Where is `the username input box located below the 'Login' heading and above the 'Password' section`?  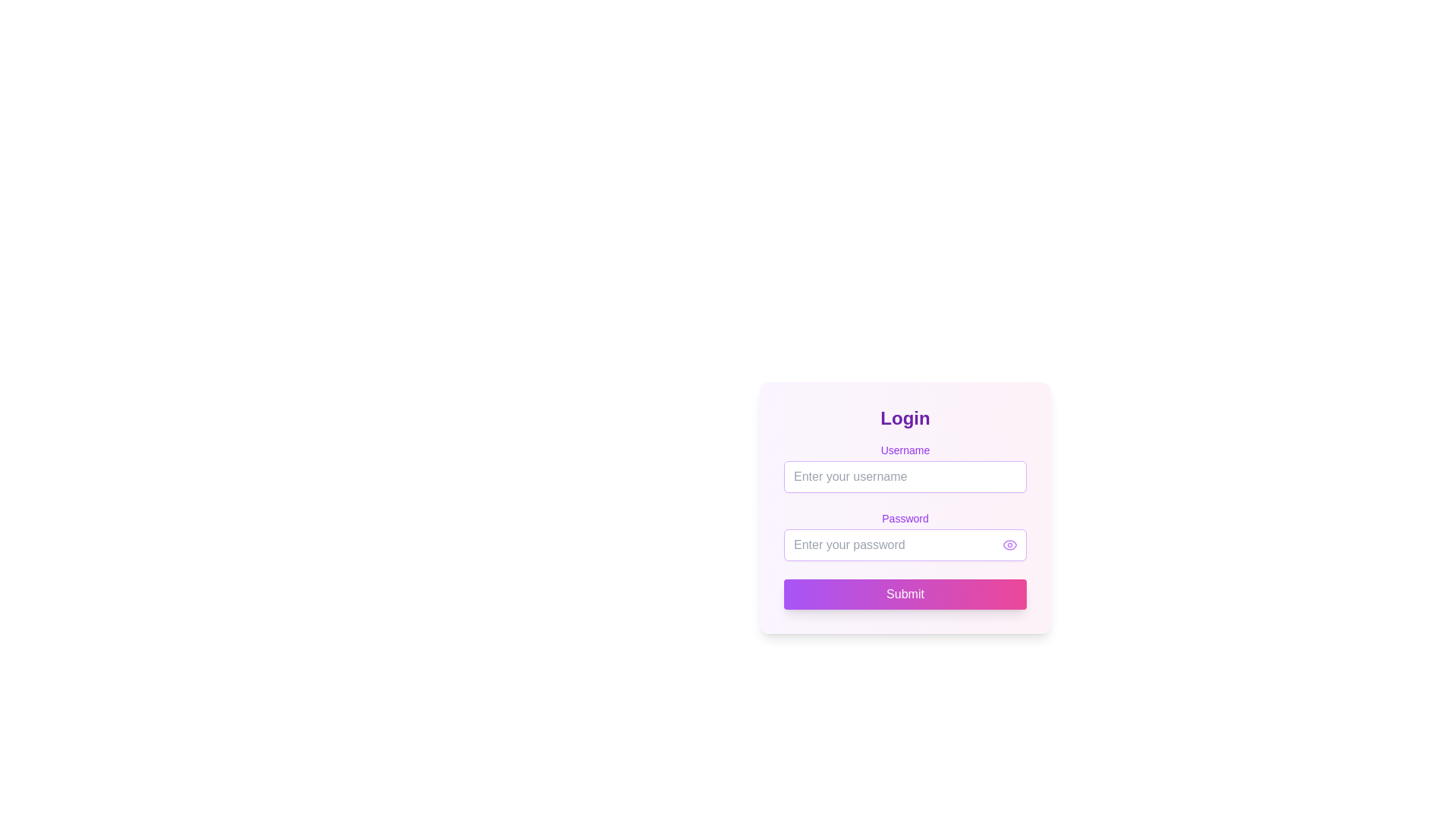
the username input box located below the 'Login' heading and above the 'Password' section is located at coordinates (905, 467).